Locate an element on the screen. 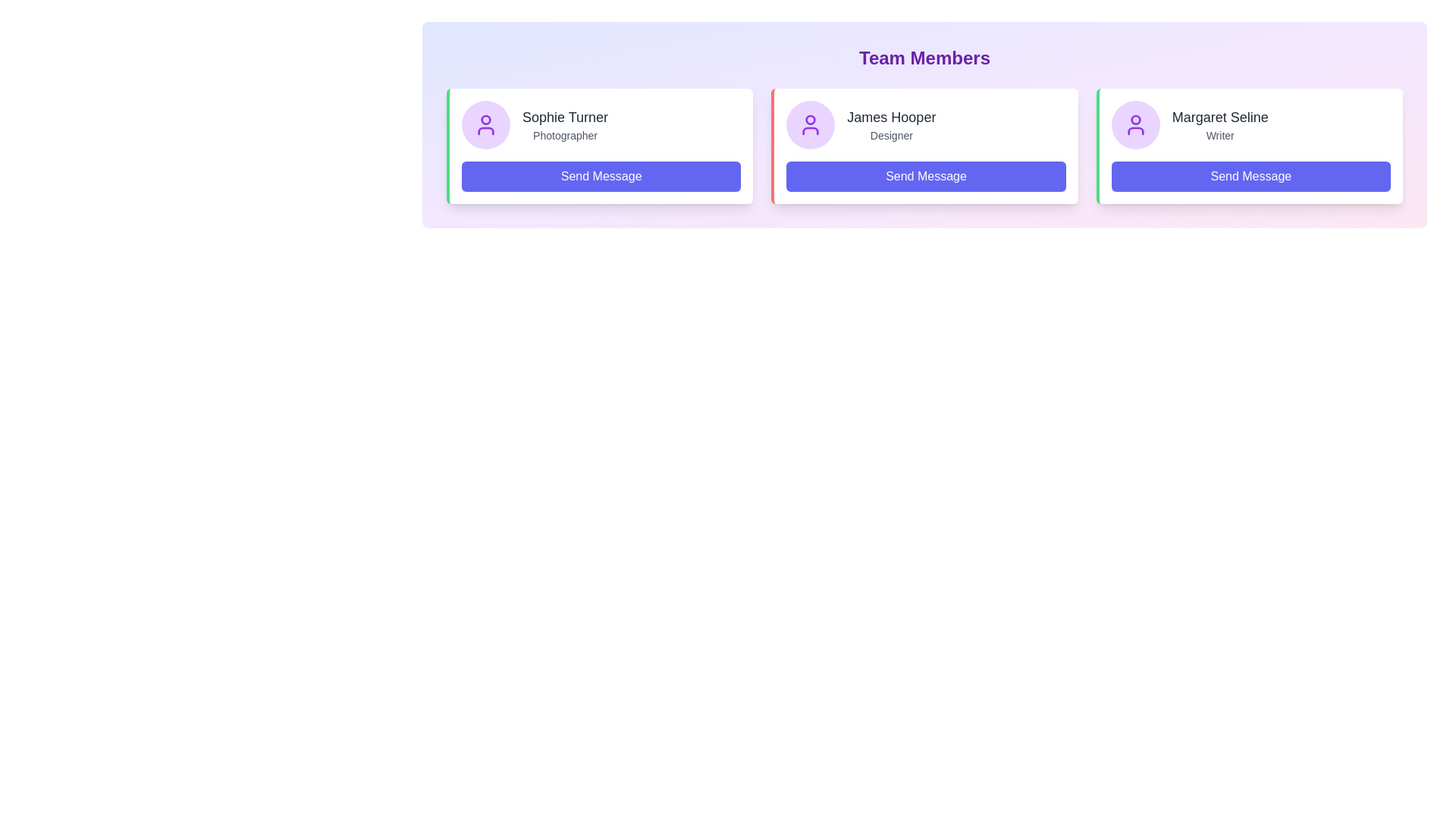 The height and width of the screenshot is (819, 1456). the text block that contains the name 'Margaret Seline' and the title 'Writer', located in the third team member card is located at coordinates (1220, 124).